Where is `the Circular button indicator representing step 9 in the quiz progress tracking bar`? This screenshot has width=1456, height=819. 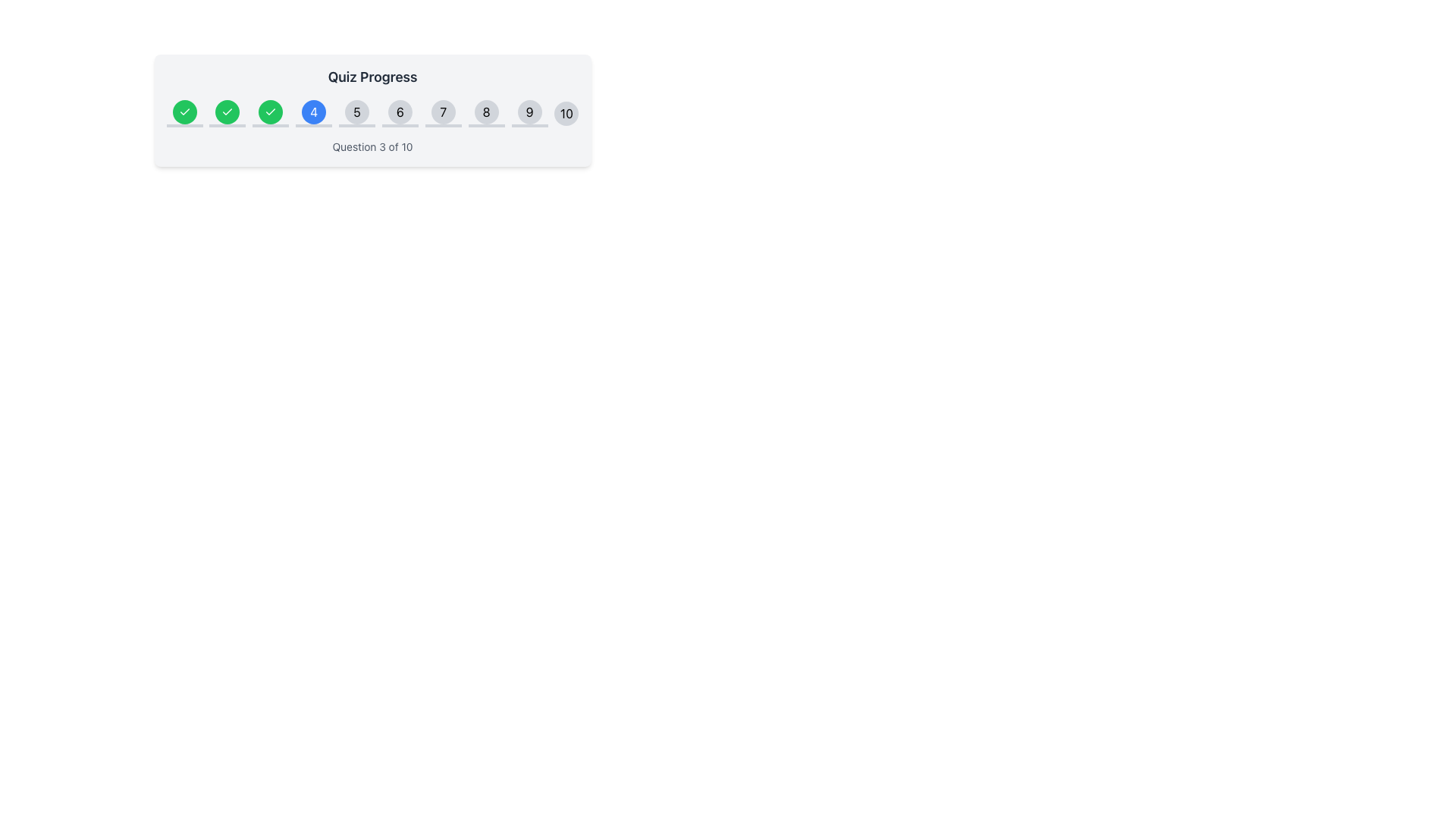
the Circular button indicator representing step 9 in the quiz progress tracking bar is located at coordinates (529, 111).